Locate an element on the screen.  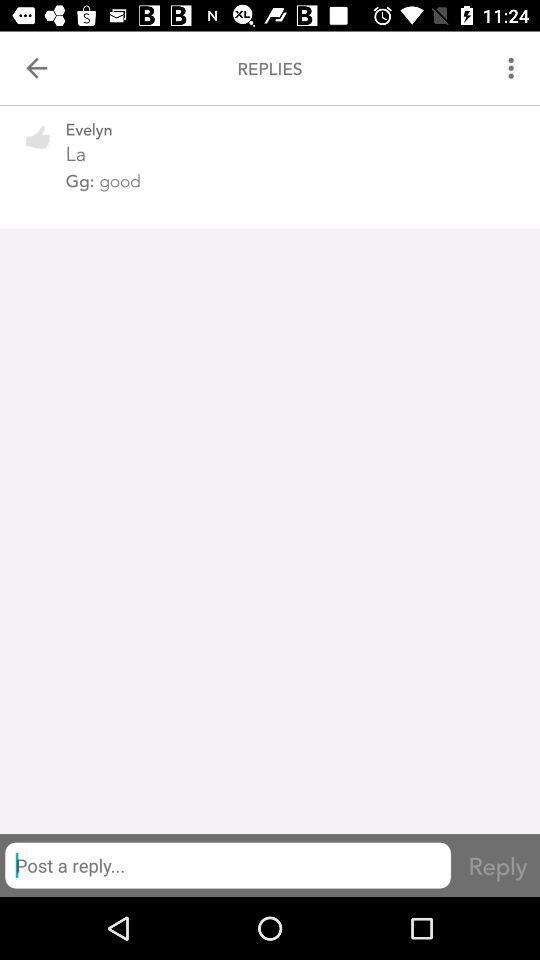
reply text is located at coordinates (226, 864).